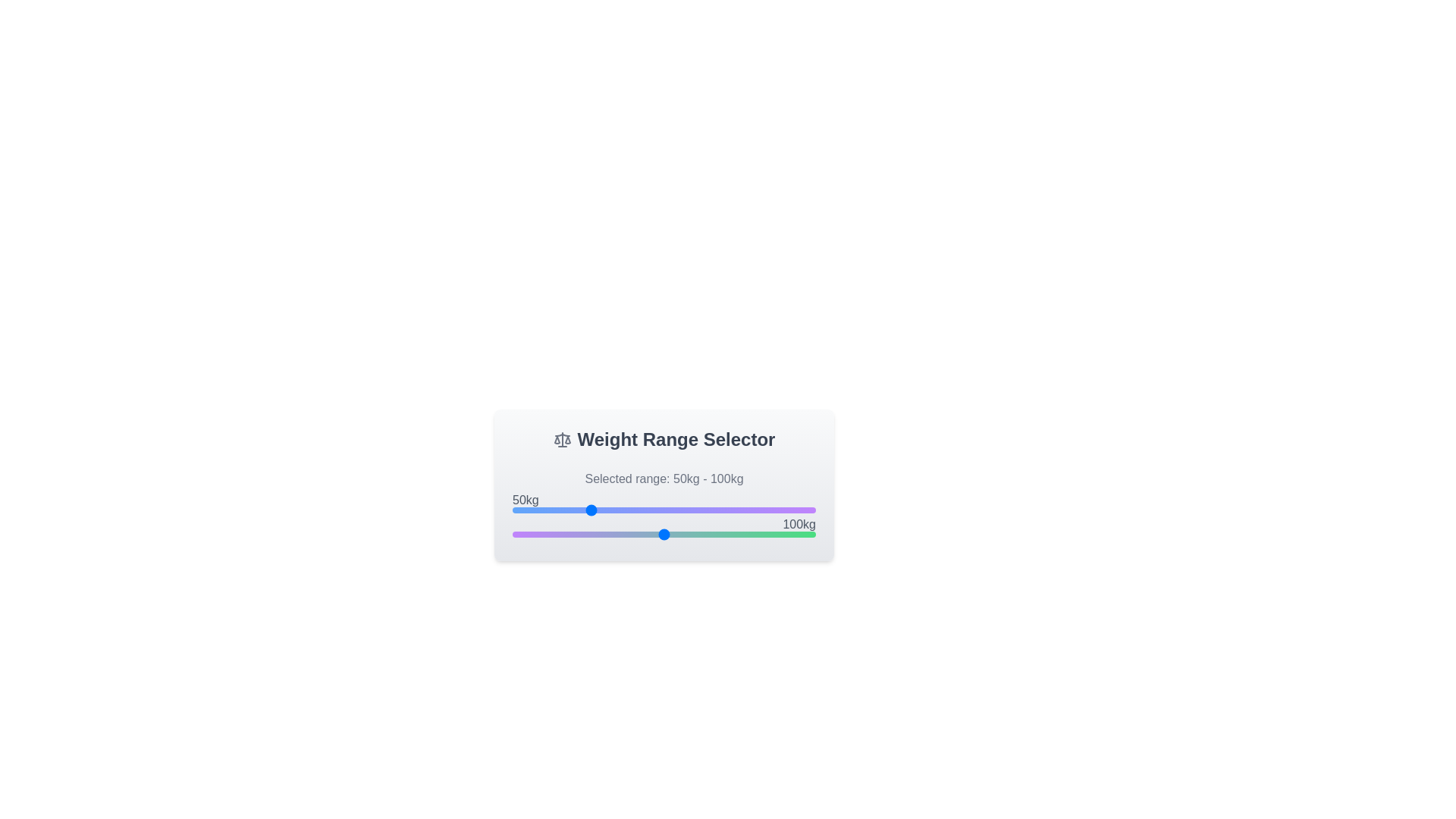  What do you see at coordinates (811, 534) in the screenshot?
I see `the right slider to set the maximum weight to 197 kg` at bounding box center [811, 534].